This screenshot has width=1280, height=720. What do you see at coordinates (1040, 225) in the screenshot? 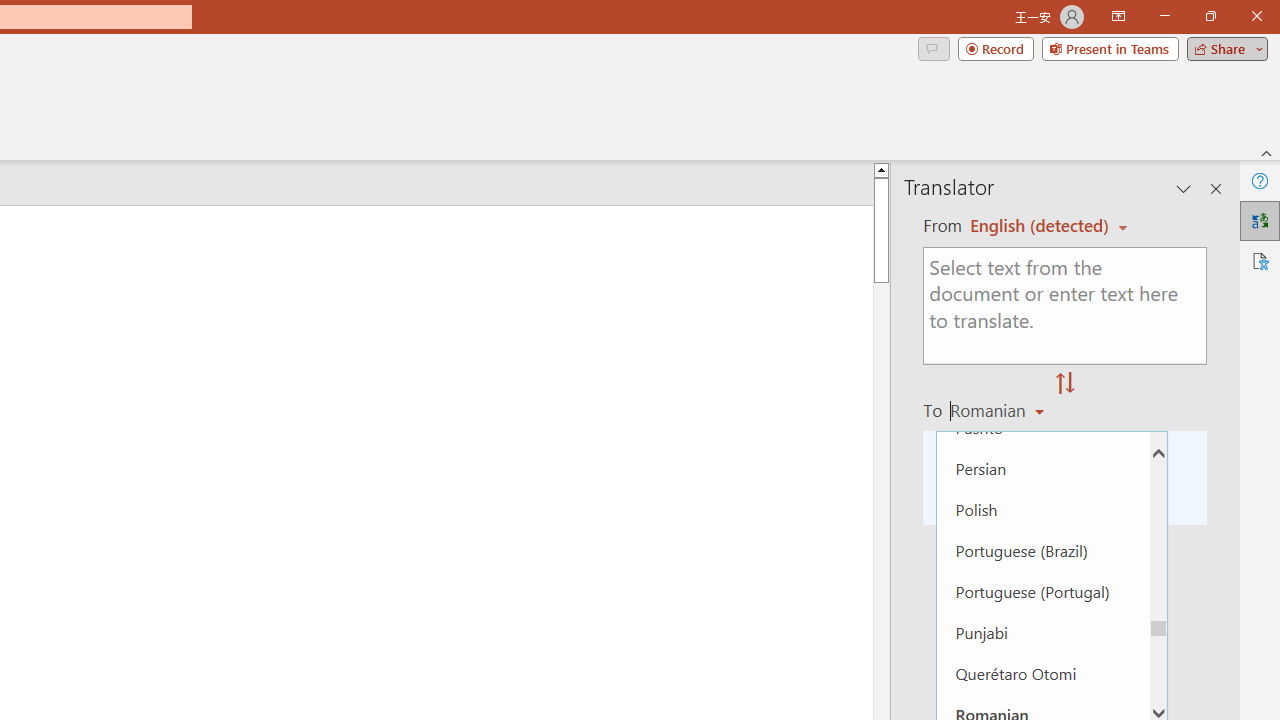
I see `'Czech (detected)'` at bounding box center [1040, 225].